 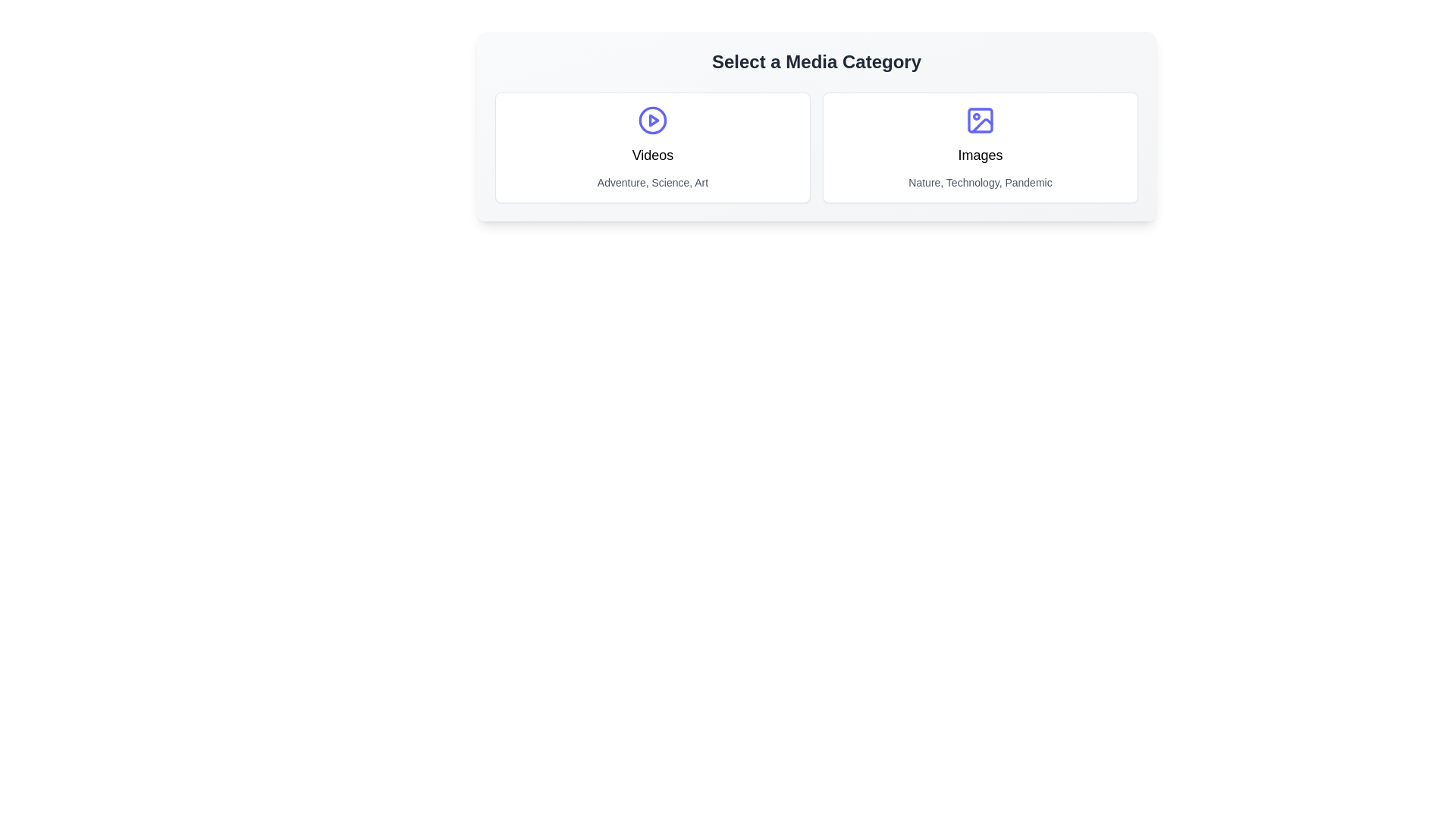 I want to click on the category Videos, so click(x=652, y=148).